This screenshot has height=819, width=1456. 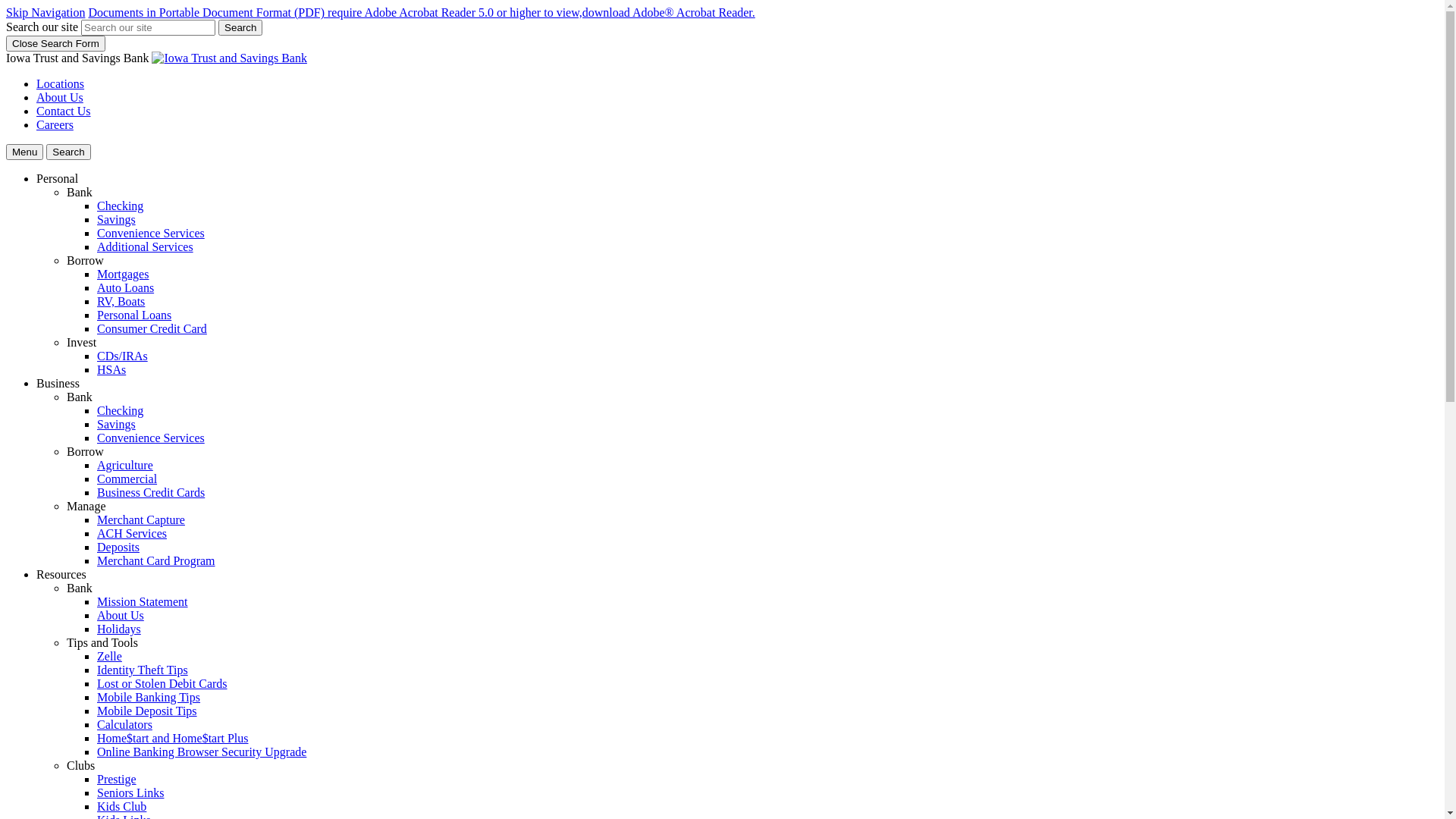 I want to click on 'ACH Services', so click(x=131, y=532).